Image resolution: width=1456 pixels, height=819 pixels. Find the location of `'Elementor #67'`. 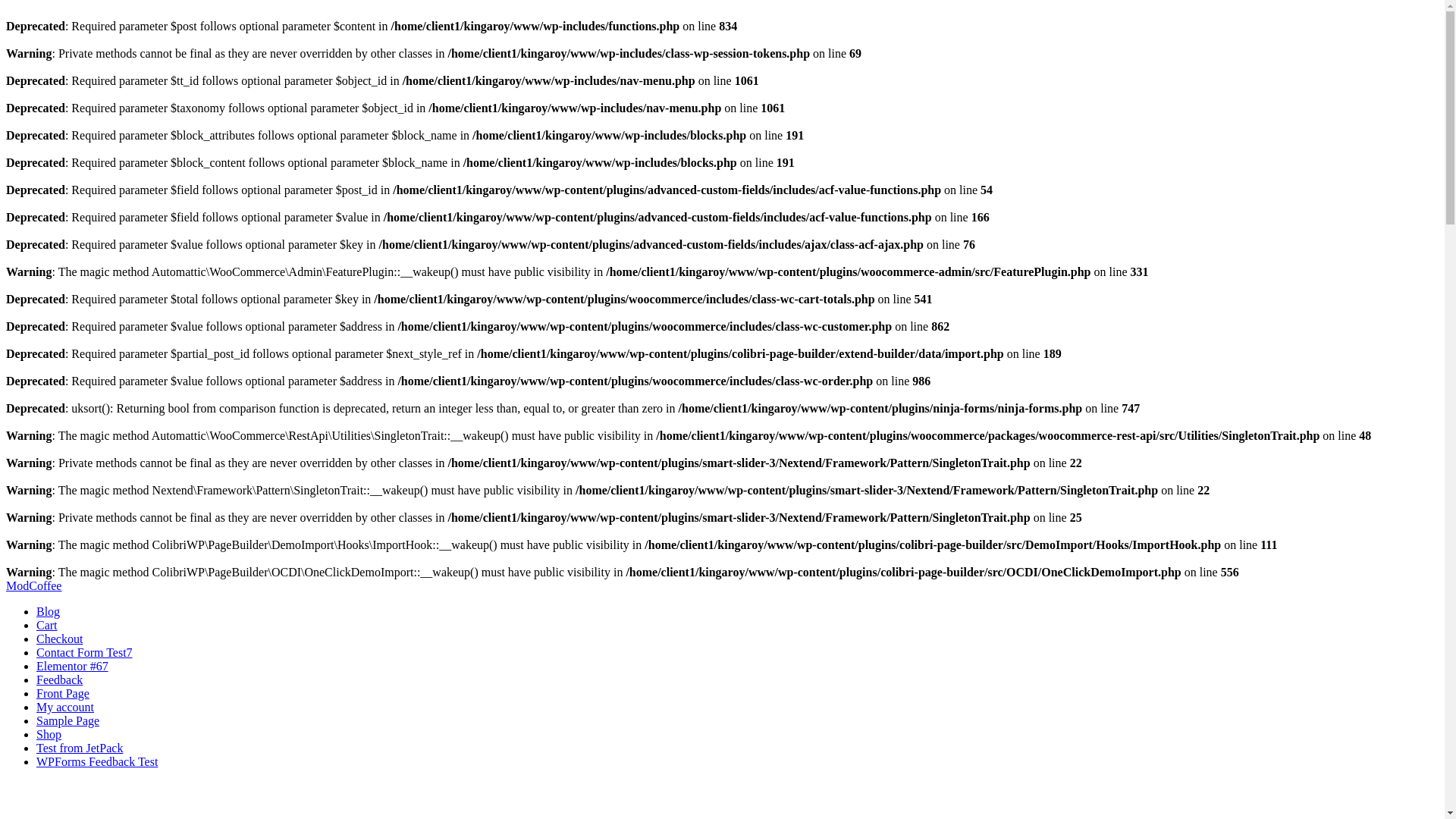

'Elementor #67' is located at coordinates (71, 665).